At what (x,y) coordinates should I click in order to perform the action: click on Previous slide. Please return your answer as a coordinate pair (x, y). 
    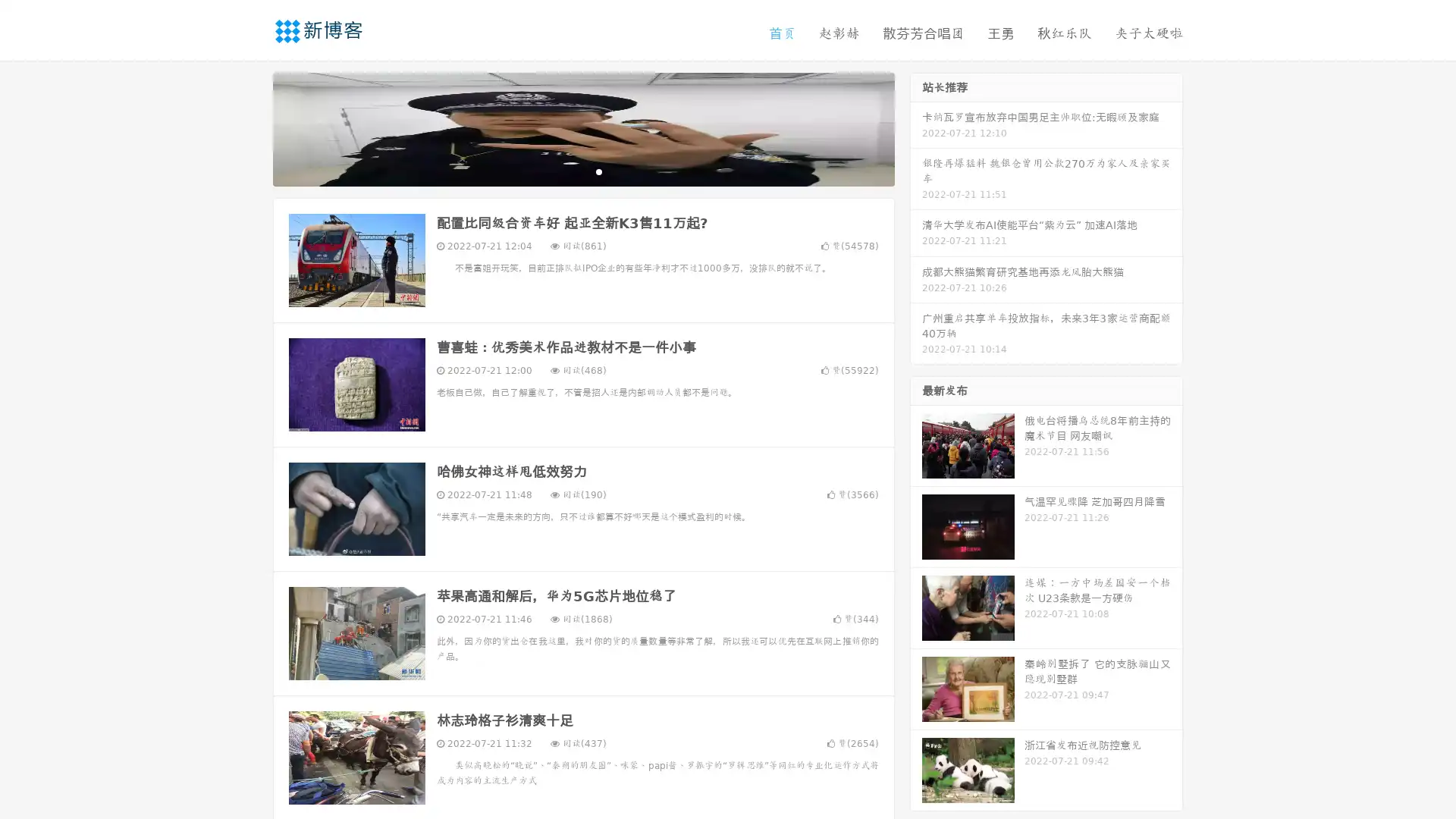
    Looking at the image, I should click on (250, 127).